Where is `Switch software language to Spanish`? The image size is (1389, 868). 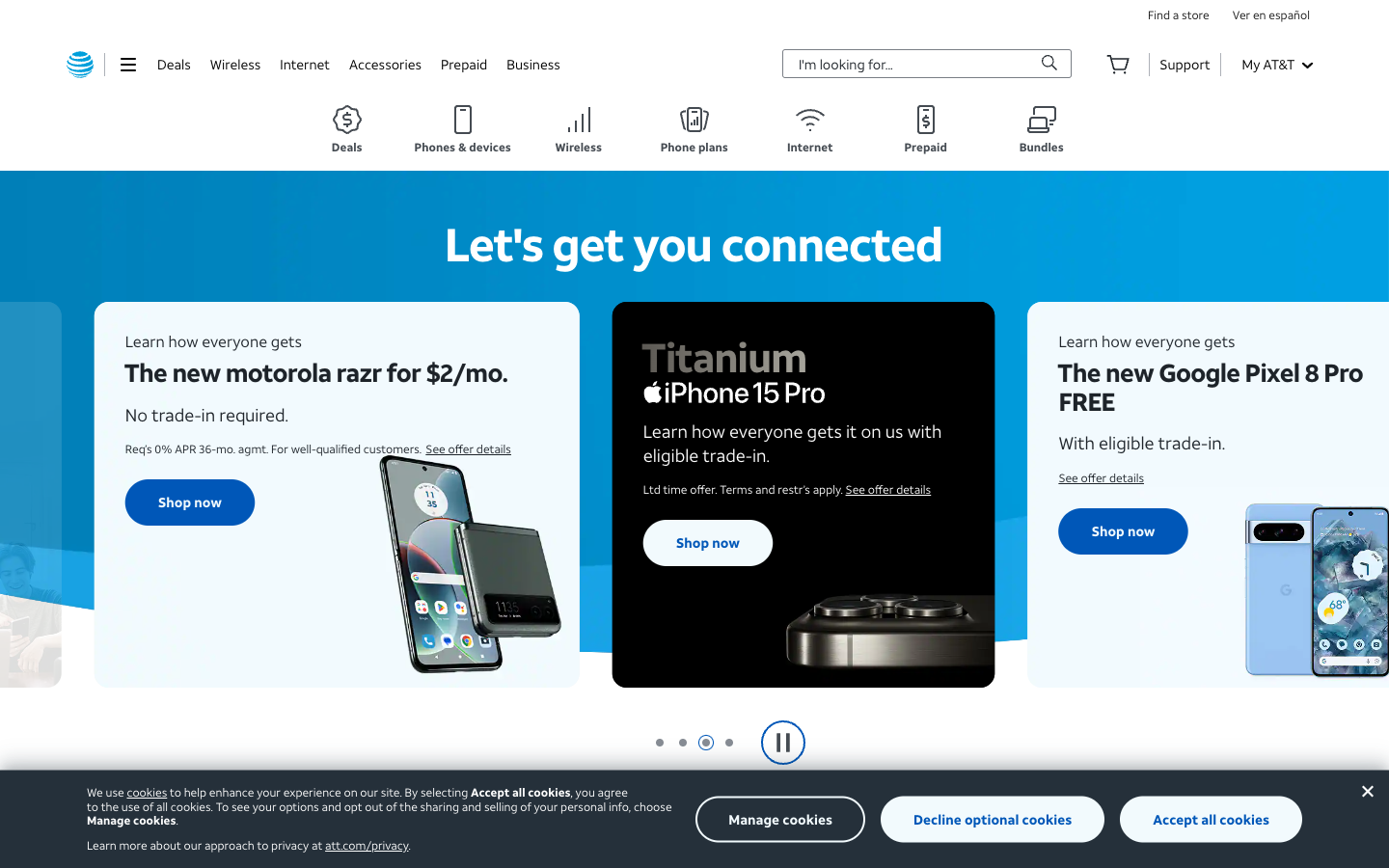 Switch software language to Spanish is located at coordinates (1271, 14).